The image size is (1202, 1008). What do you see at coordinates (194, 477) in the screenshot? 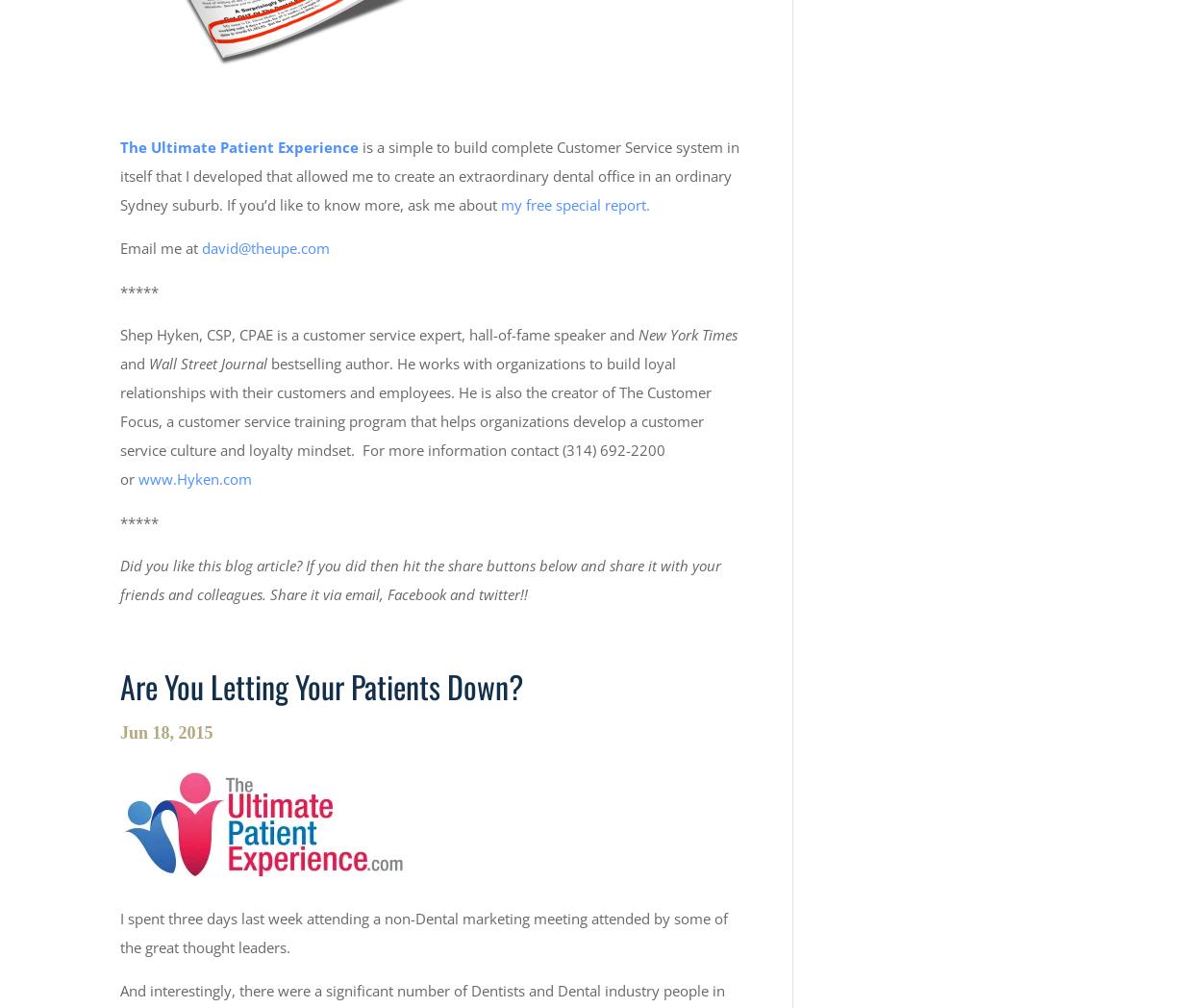
I see `'www.Hyken.com'` at bounding box center [194, 477].